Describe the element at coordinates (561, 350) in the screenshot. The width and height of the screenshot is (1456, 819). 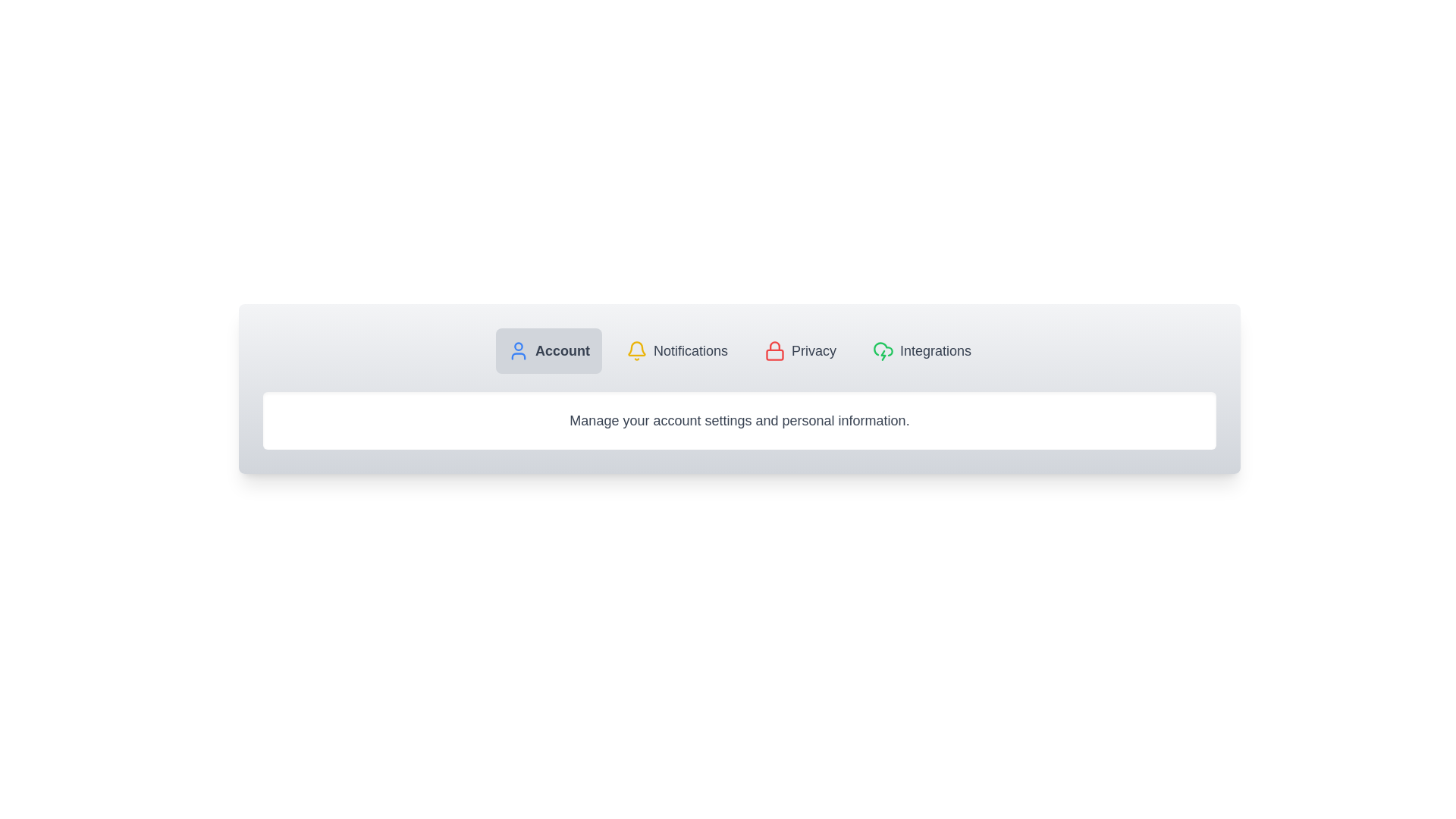
I see `the 'Account' text label, which is located to the right of the user icon in the horizontal menu bar` at that location.